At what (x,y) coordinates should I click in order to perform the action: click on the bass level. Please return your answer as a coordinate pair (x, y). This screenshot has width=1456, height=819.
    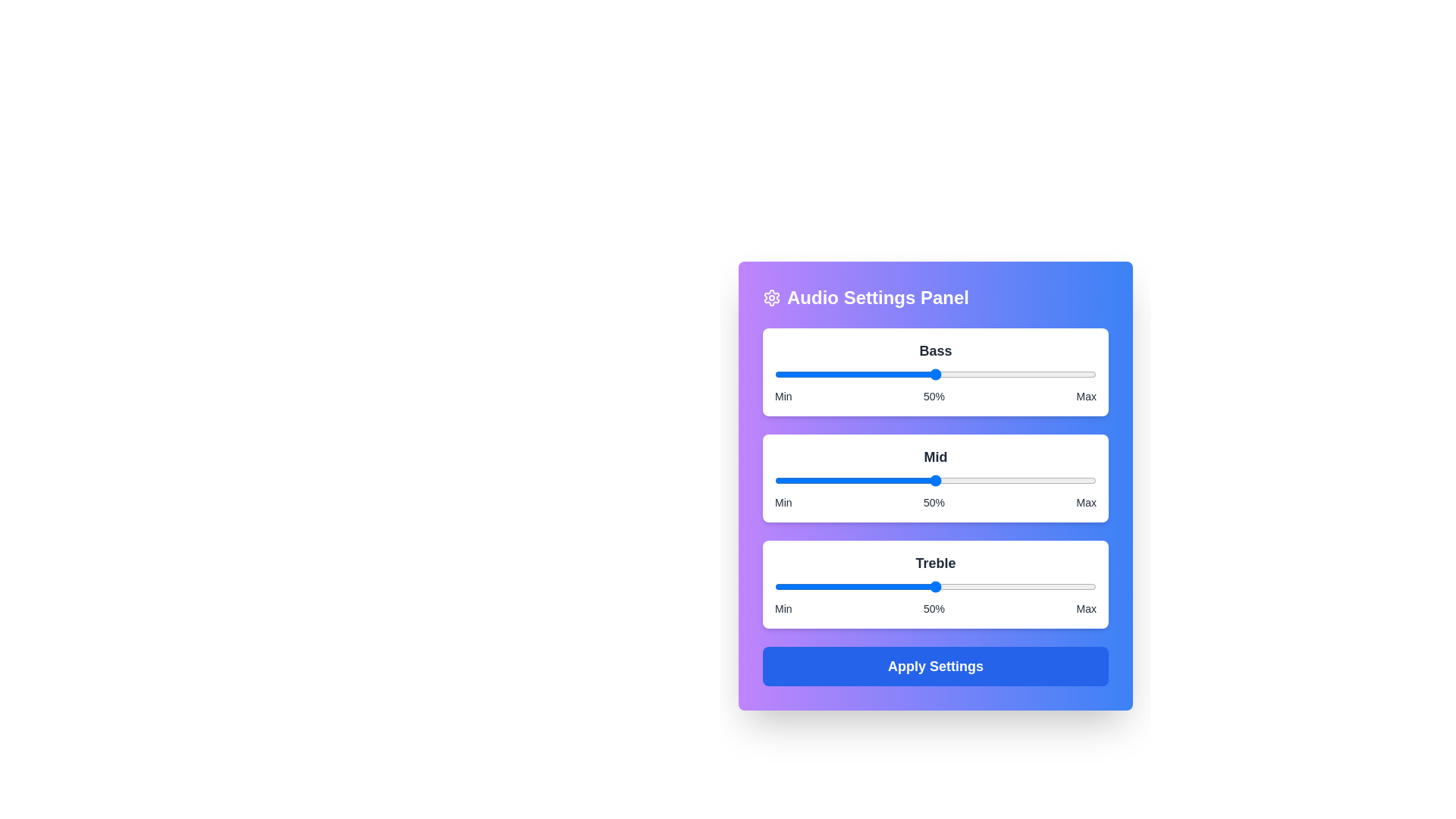
    Looking at the image, I should click on (809, 374).